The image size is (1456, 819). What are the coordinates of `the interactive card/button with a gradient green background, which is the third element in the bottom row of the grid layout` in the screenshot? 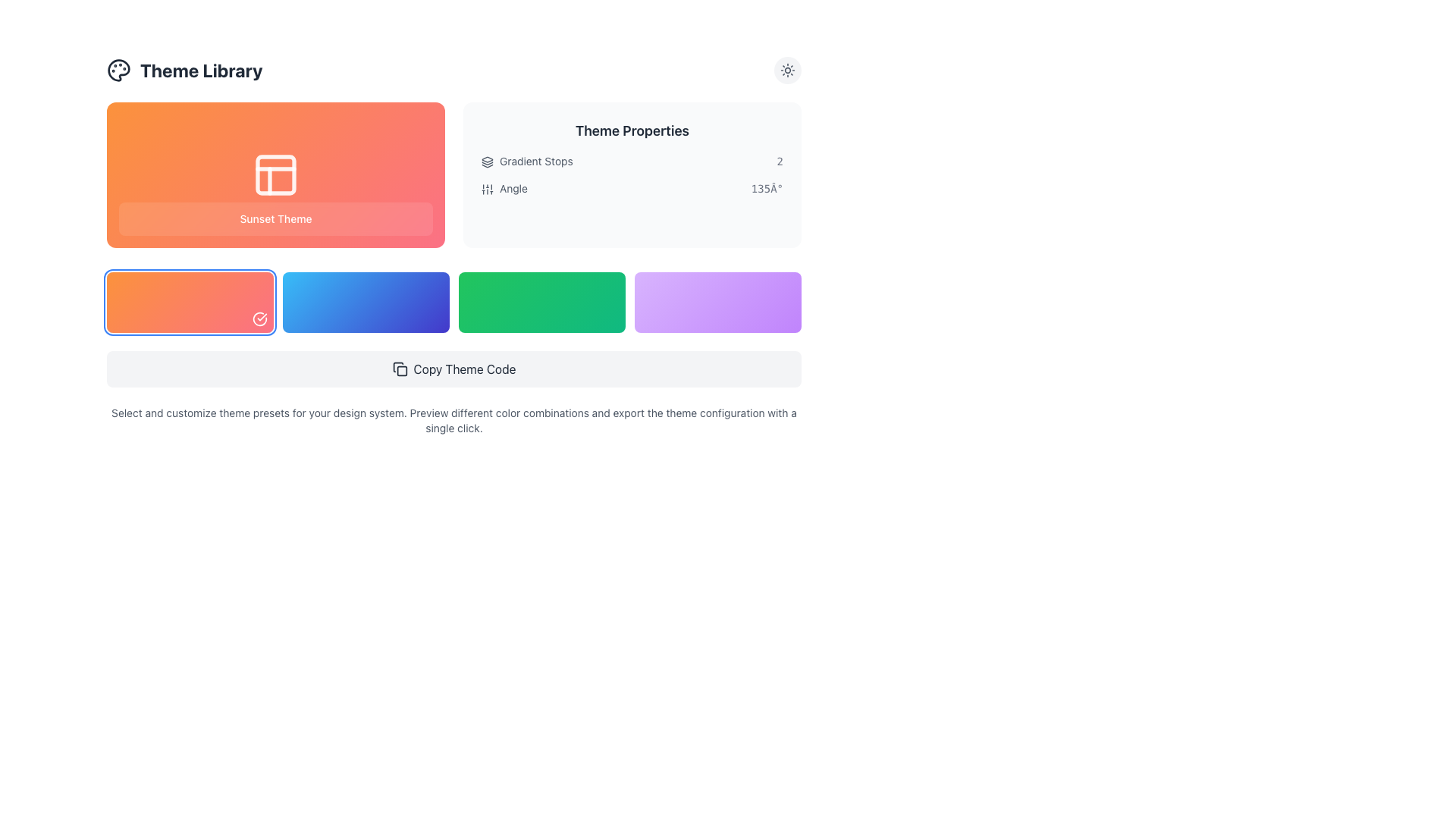 It's located at (542, 302).